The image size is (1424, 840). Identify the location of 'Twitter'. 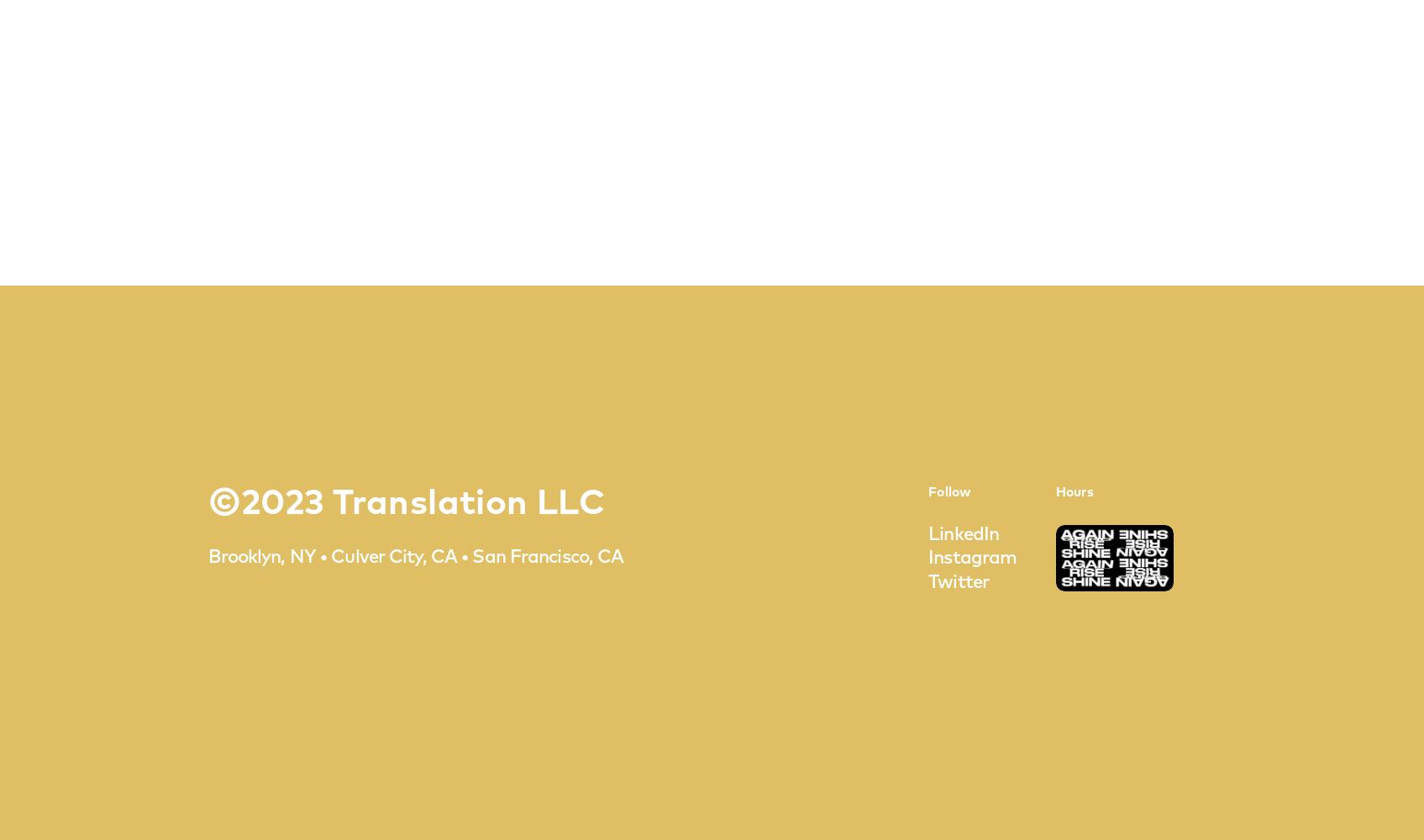
(958, 582).